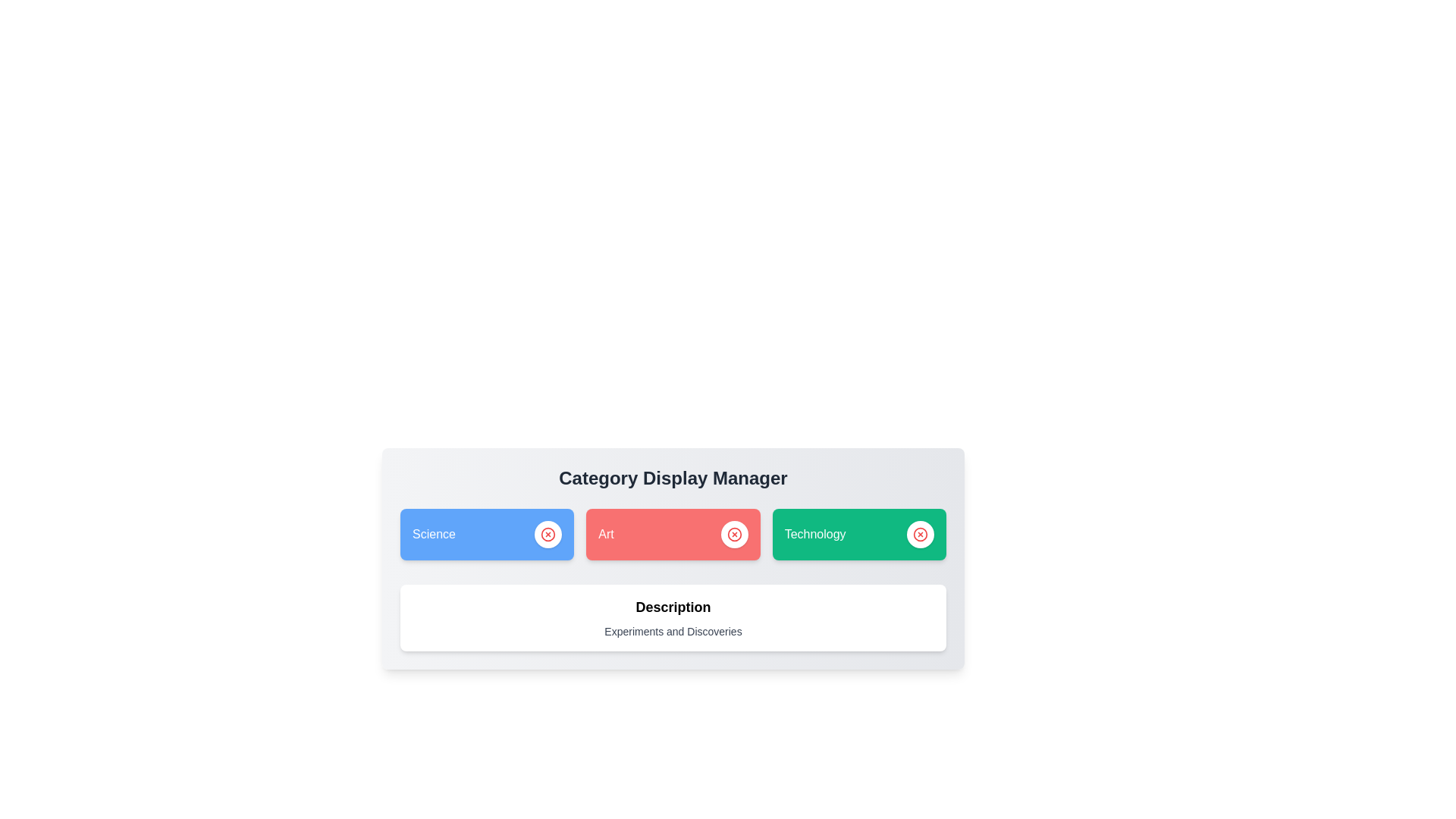  What do you see at coordinates (859, 534) in the screenshot?
I see `the category Technology to display its description` at bounding box center [859, 534].